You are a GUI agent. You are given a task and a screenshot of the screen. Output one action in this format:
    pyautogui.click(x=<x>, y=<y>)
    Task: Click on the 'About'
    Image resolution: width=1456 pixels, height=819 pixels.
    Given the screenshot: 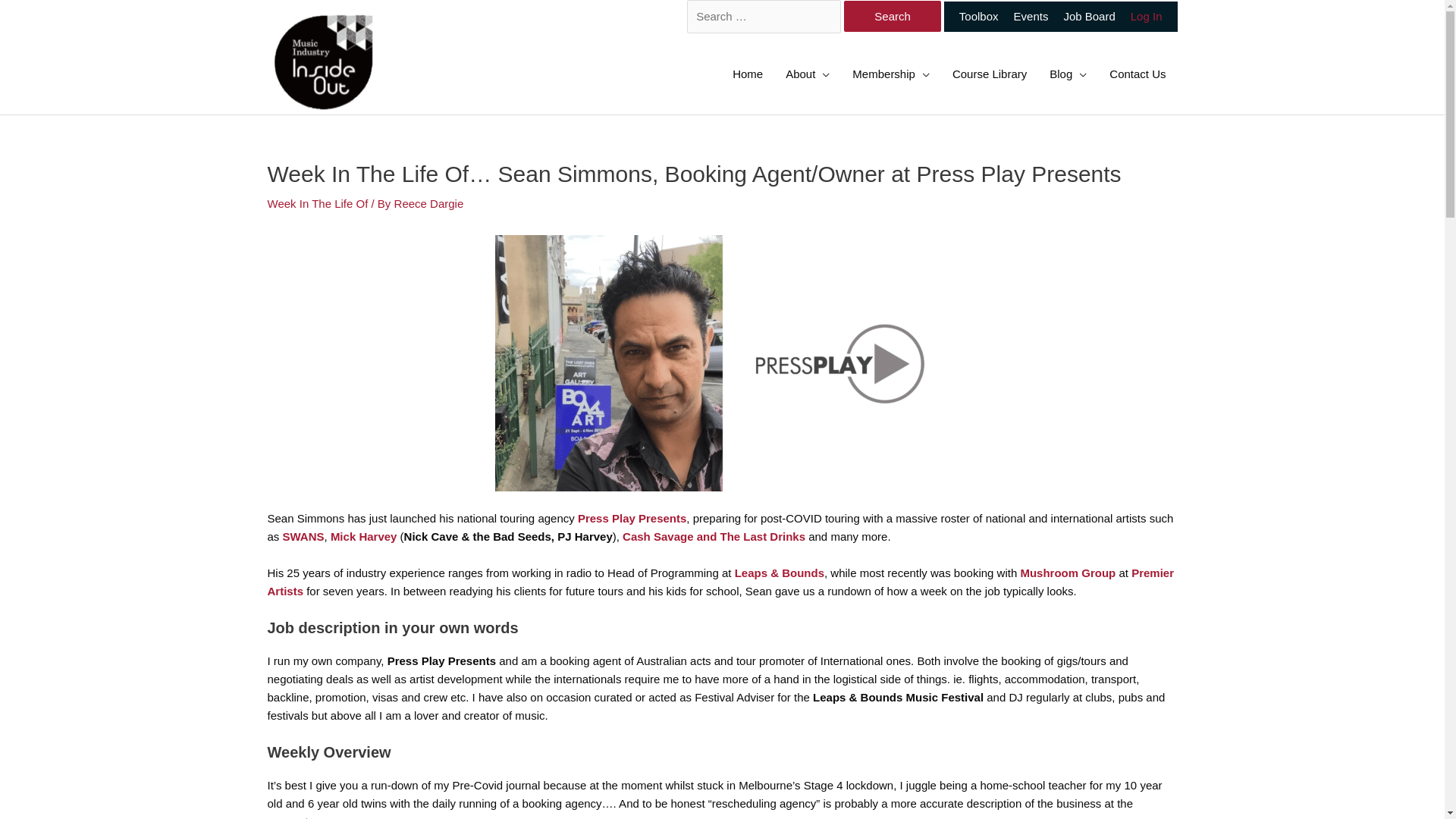 What is the action you would take?
    pyautogui.click(x=774, y=74)
    